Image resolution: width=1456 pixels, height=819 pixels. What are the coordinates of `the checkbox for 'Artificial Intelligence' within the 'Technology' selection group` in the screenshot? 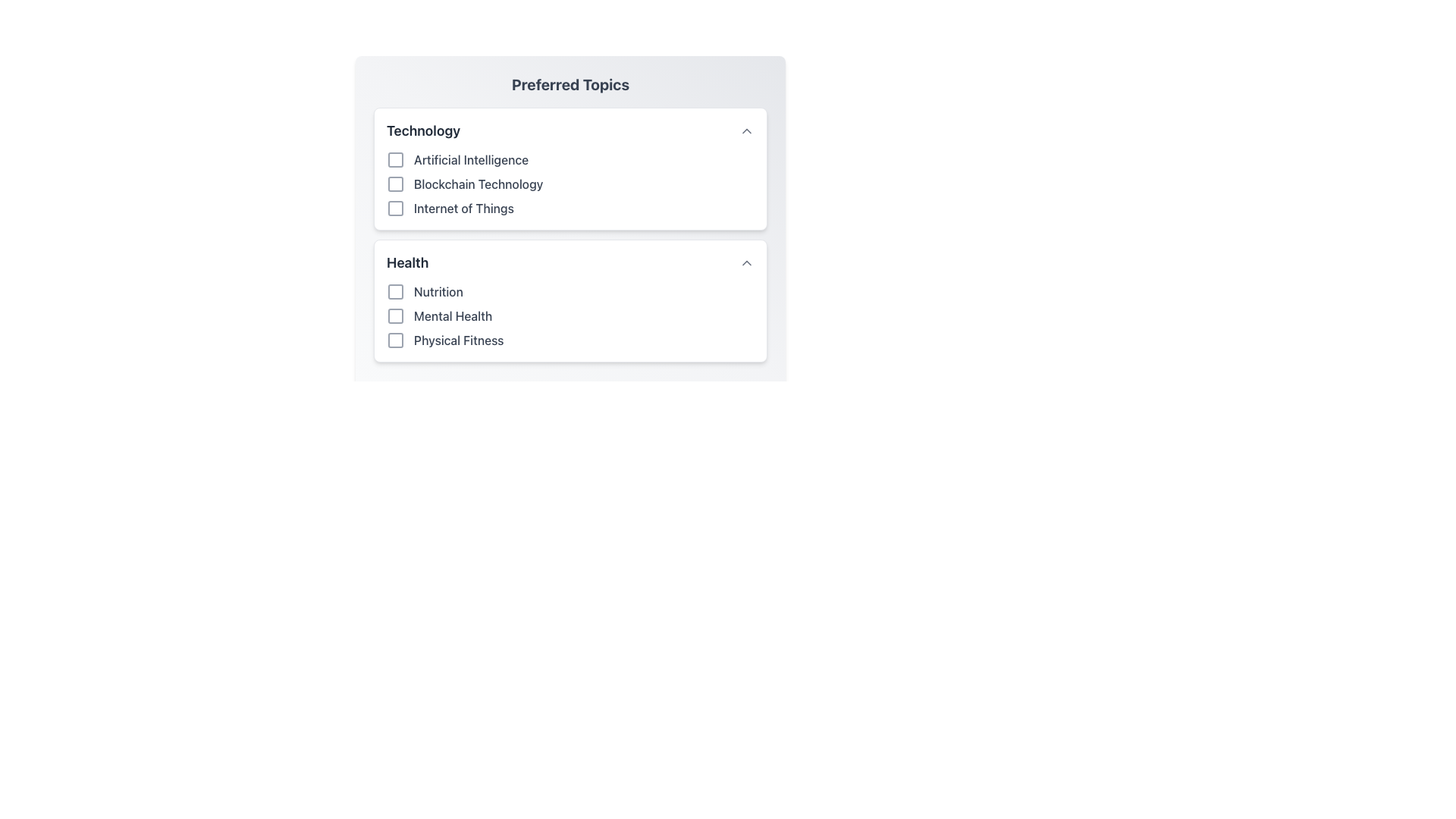 It's located at (570, 169).